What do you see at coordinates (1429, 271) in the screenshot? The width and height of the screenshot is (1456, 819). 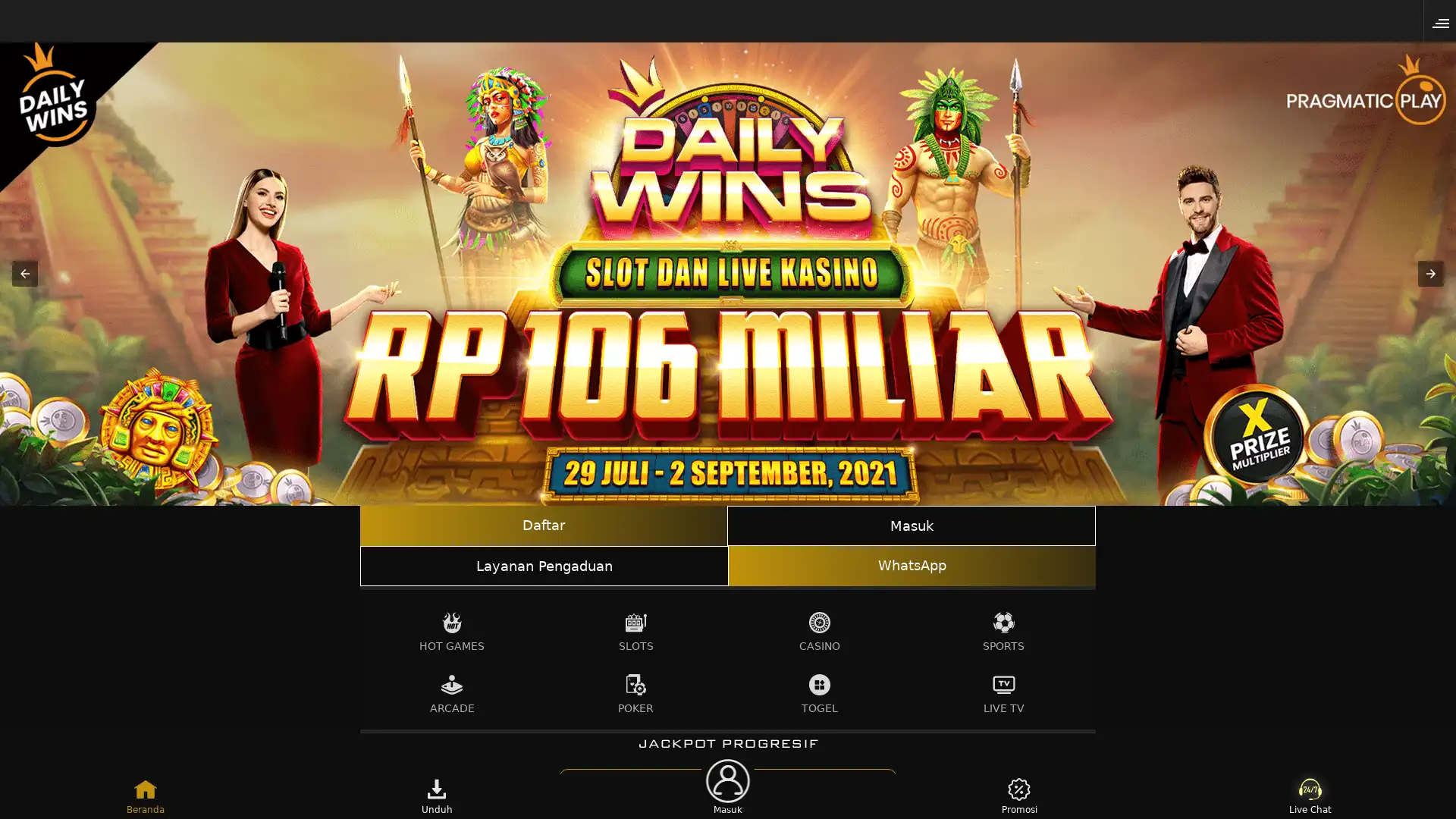 I see `Next item in carousel (3 of 3)` at bounding box center [1429, 271].